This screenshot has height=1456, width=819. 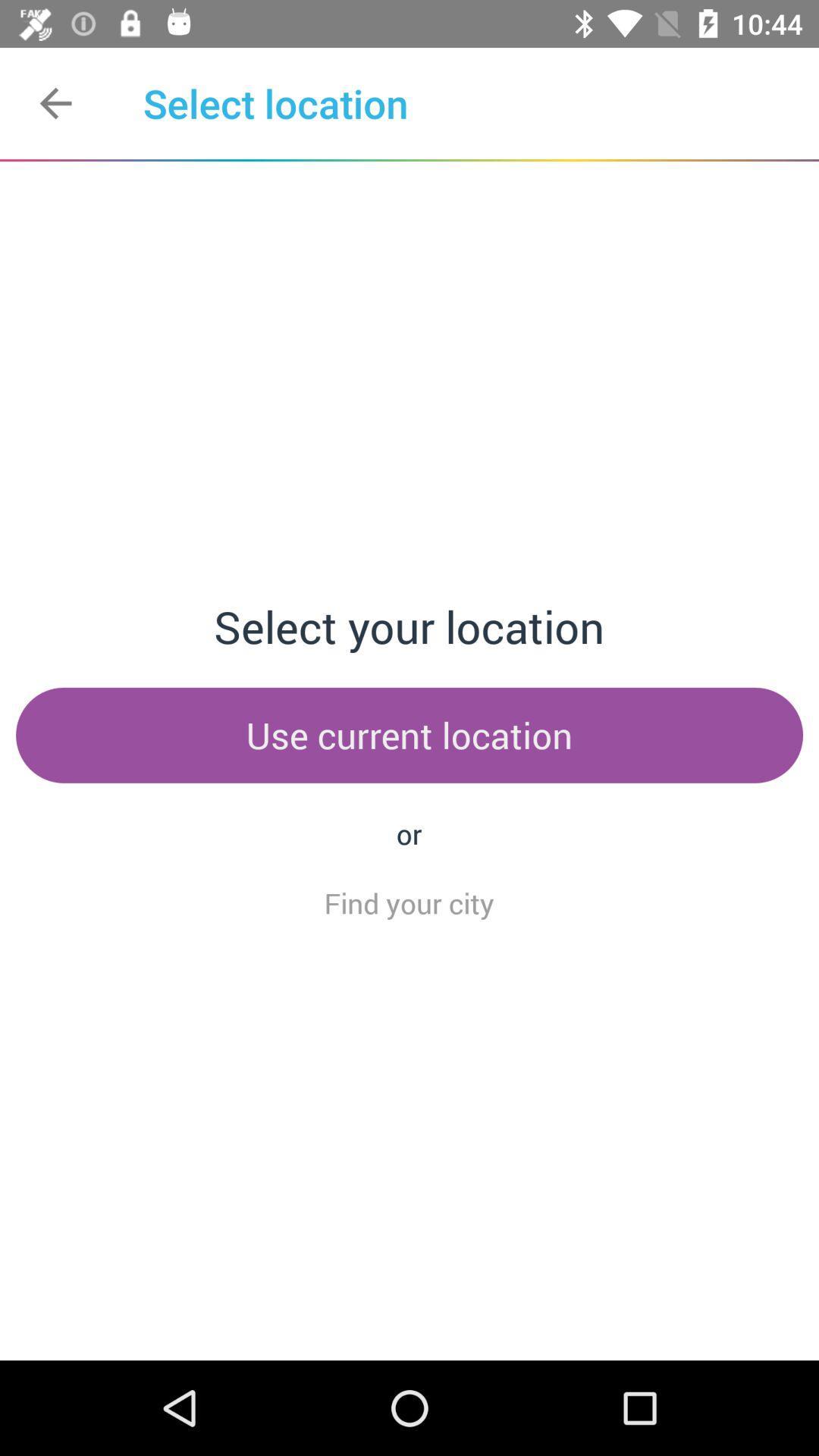 What do you see at coordinates (55, 102) in the screenshot?
I see `the icon at the top left corner` at bounding box center [55, 102].